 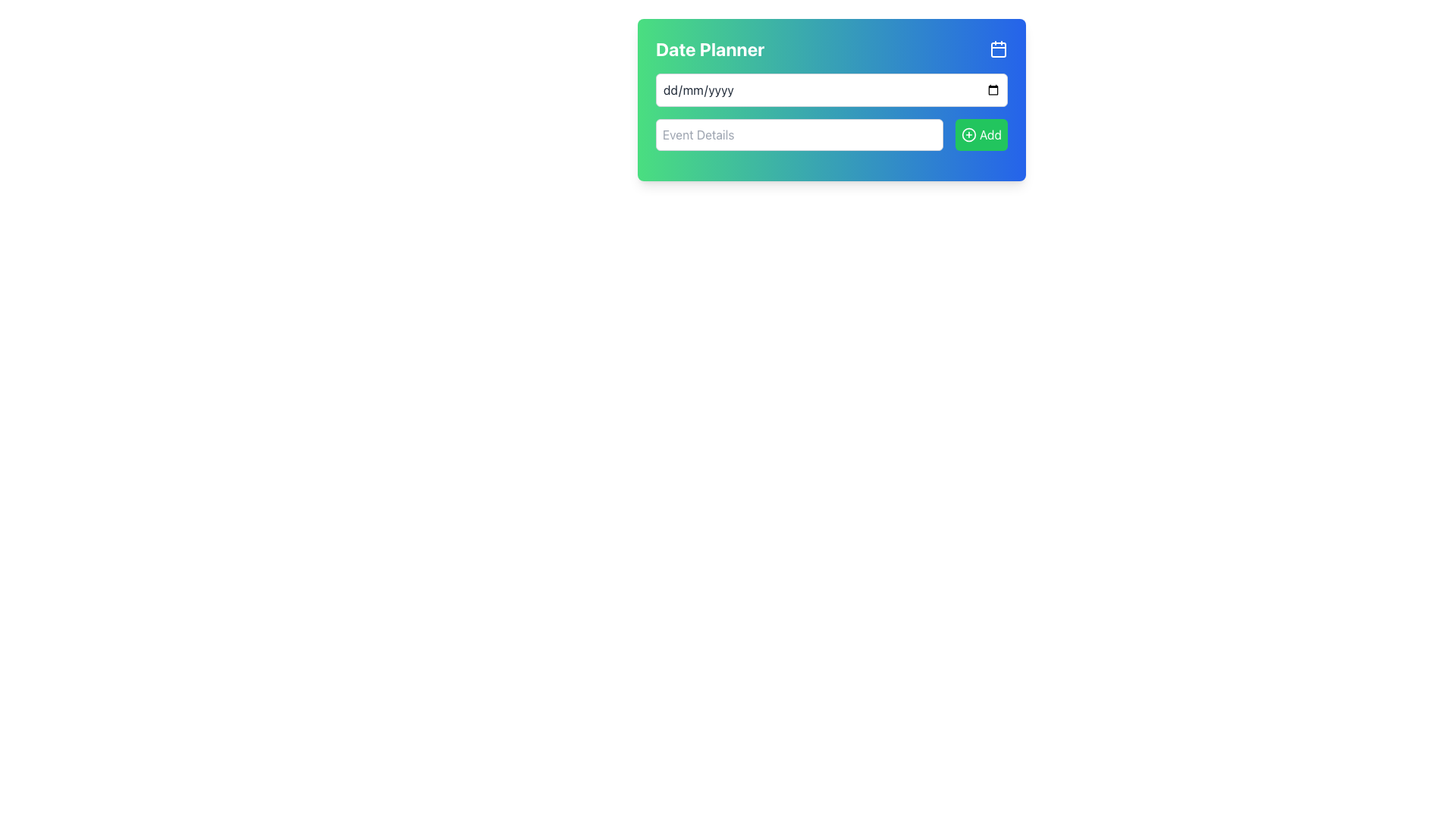 I want to click on the calendar icon located in the 'Date Planner' section at the top-right corner, so click(x=998, y=49).